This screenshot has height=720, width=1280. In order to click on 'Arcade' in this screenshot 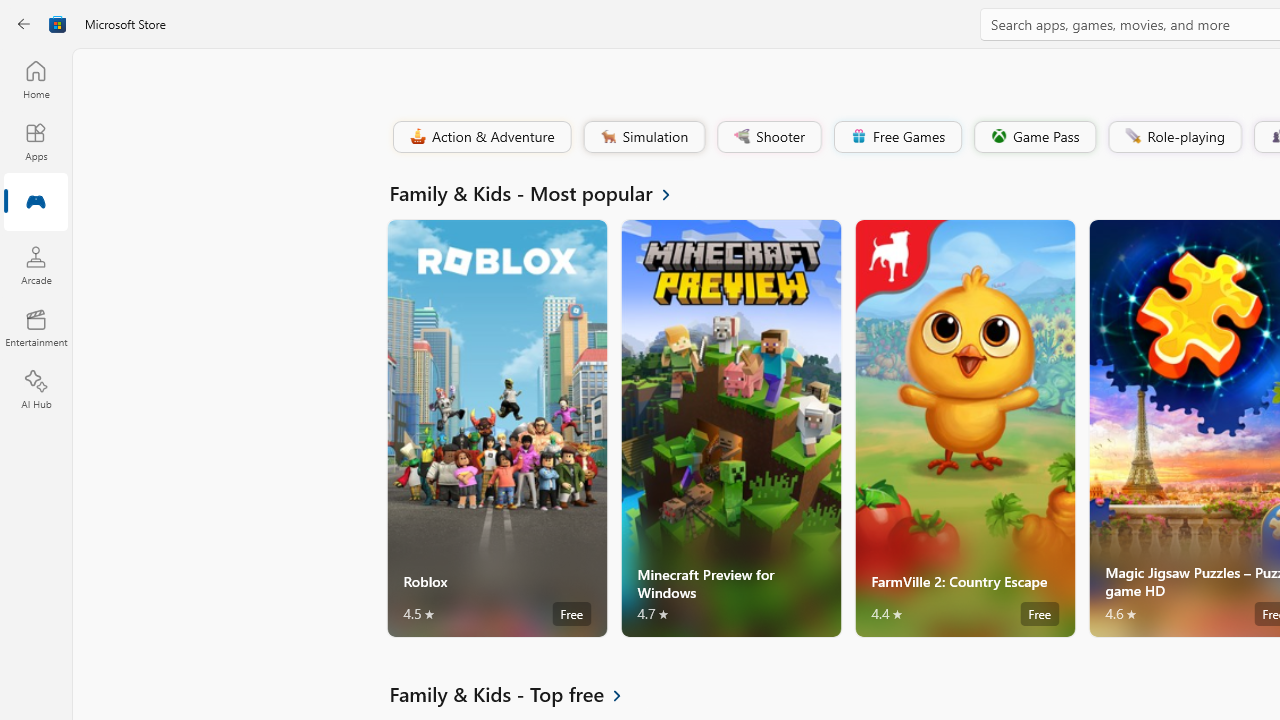, I will do `click(35, 264)`.